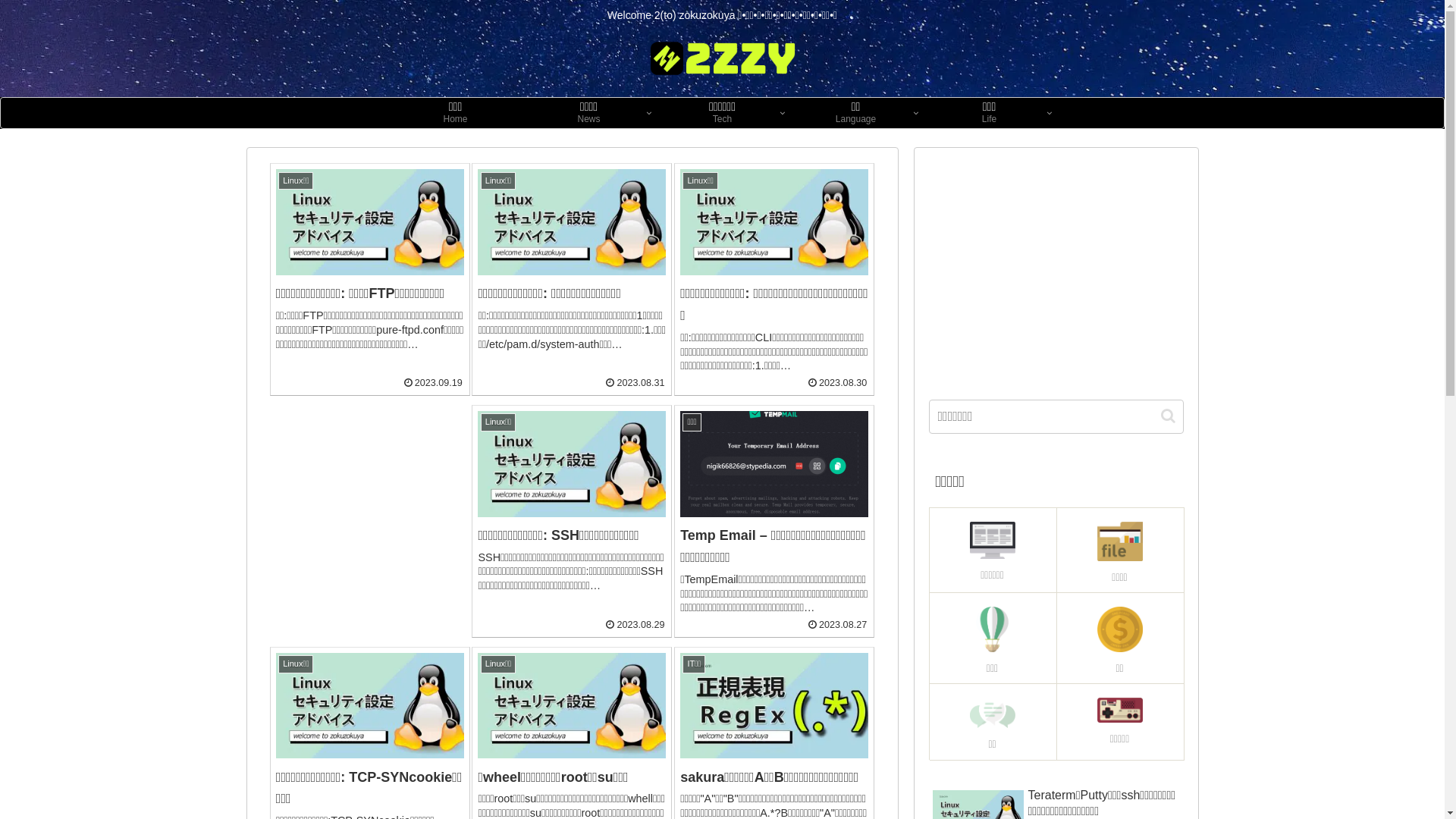  Describe the element at coordinates (370, 500) in the screenshot. I see `'Advertisement'` at that location.